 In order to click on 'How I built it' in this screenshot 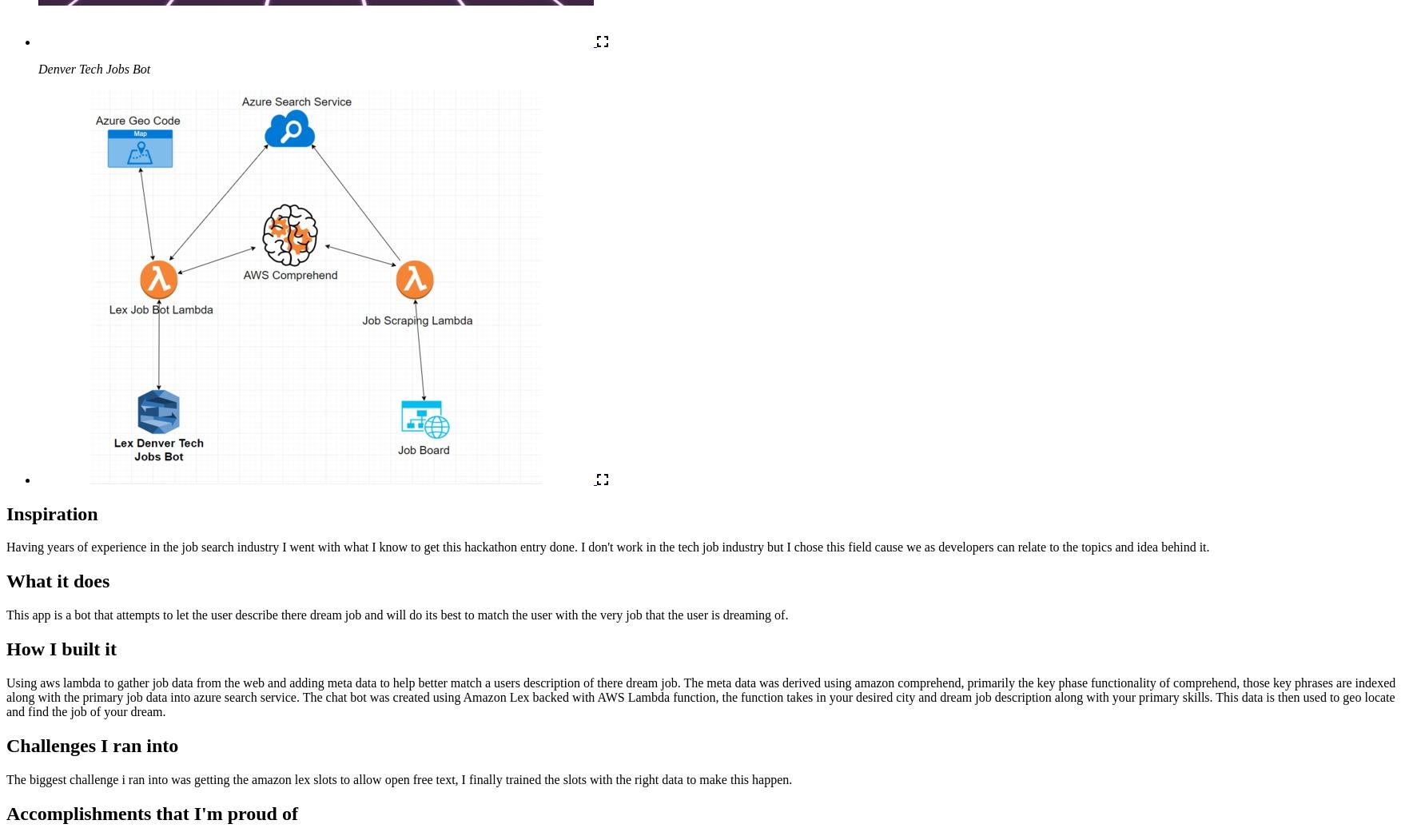, I will do `click(62, 649)`.